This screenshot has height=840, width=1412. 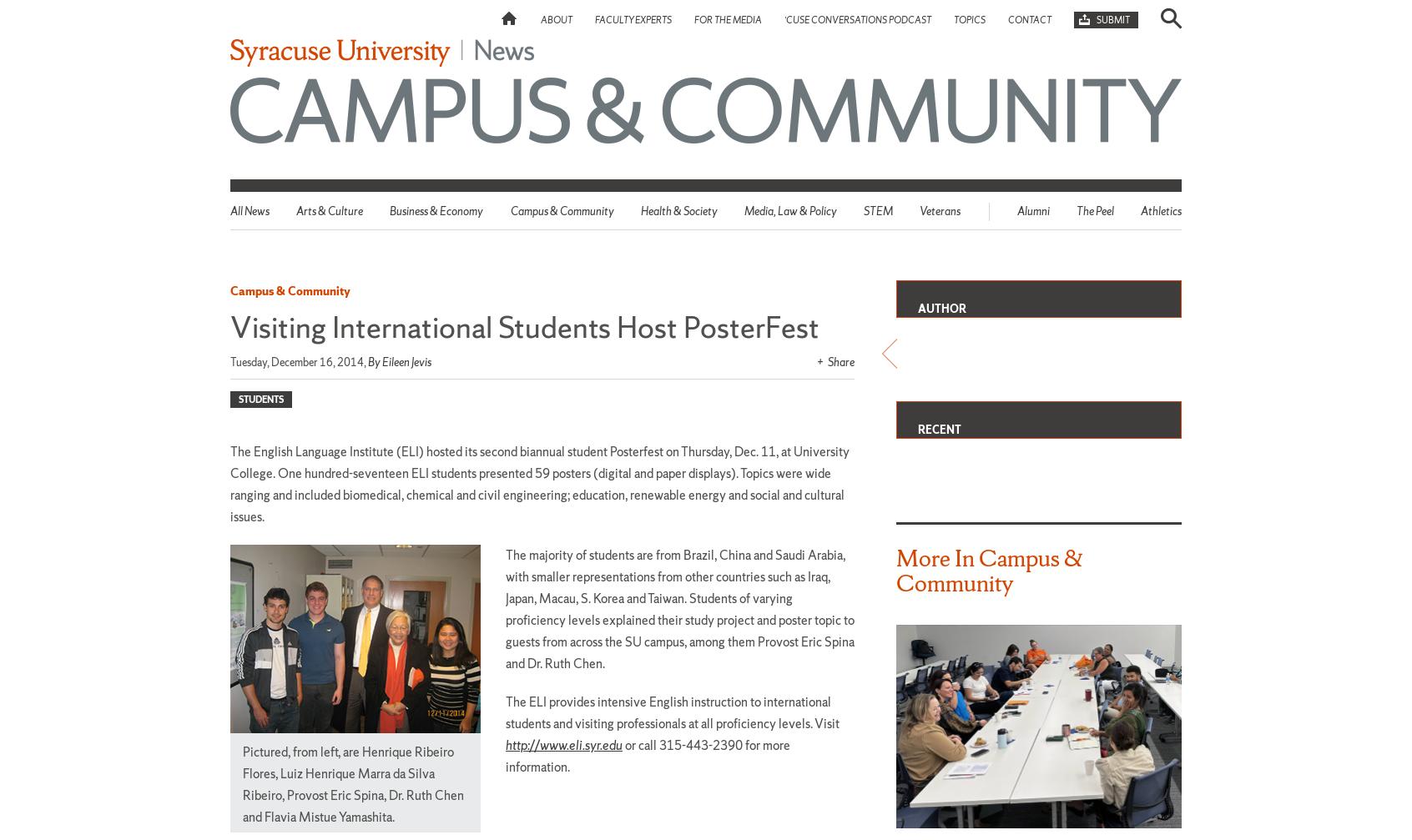 What do you see at coordinates (1161, 211) in the screenshot?
I see `'Athletics'` at bounding box center [1161, 211].